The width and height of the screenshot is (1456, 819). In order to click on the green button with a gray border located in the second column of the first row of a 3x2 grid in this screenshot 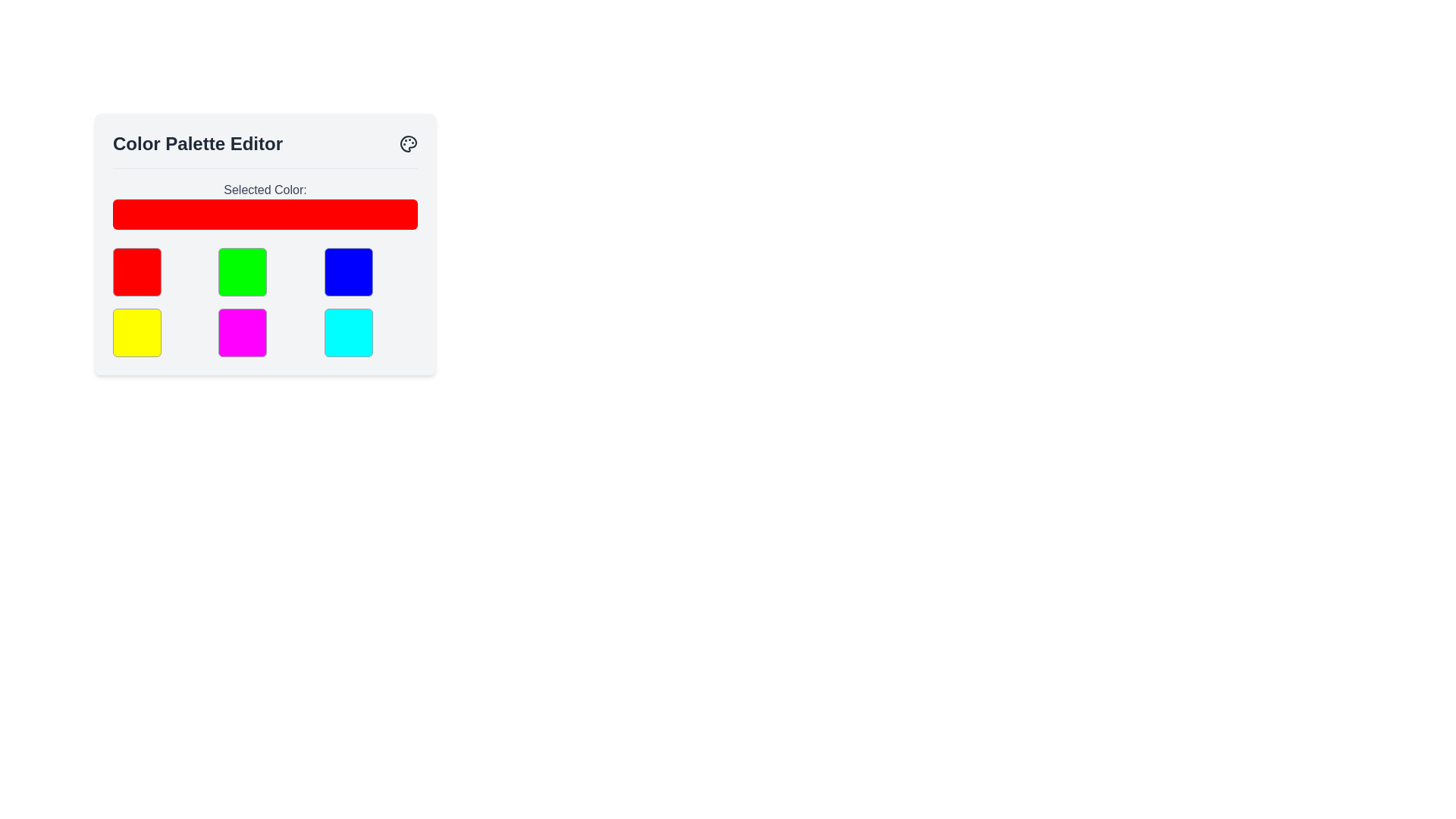, I will do `click(243, 271)`.